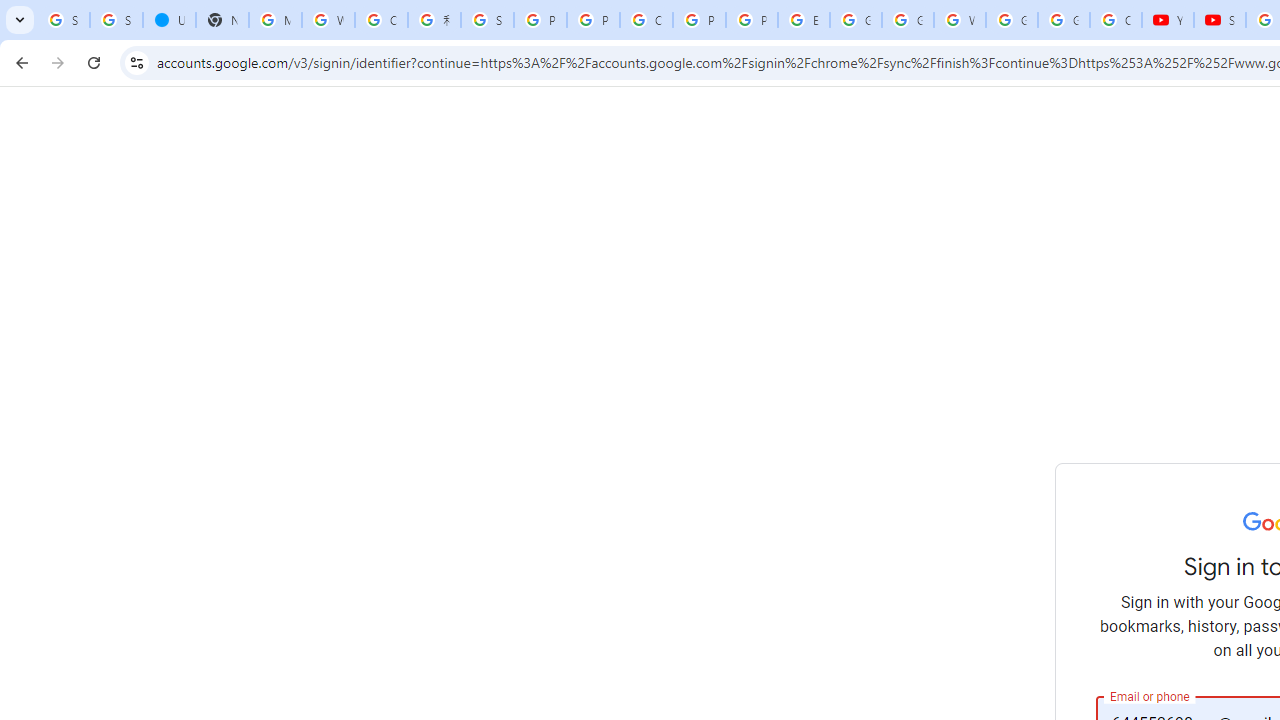 This screenshot has width=1280, height=720. I want to click on 'New Tab', so click(222, 20).